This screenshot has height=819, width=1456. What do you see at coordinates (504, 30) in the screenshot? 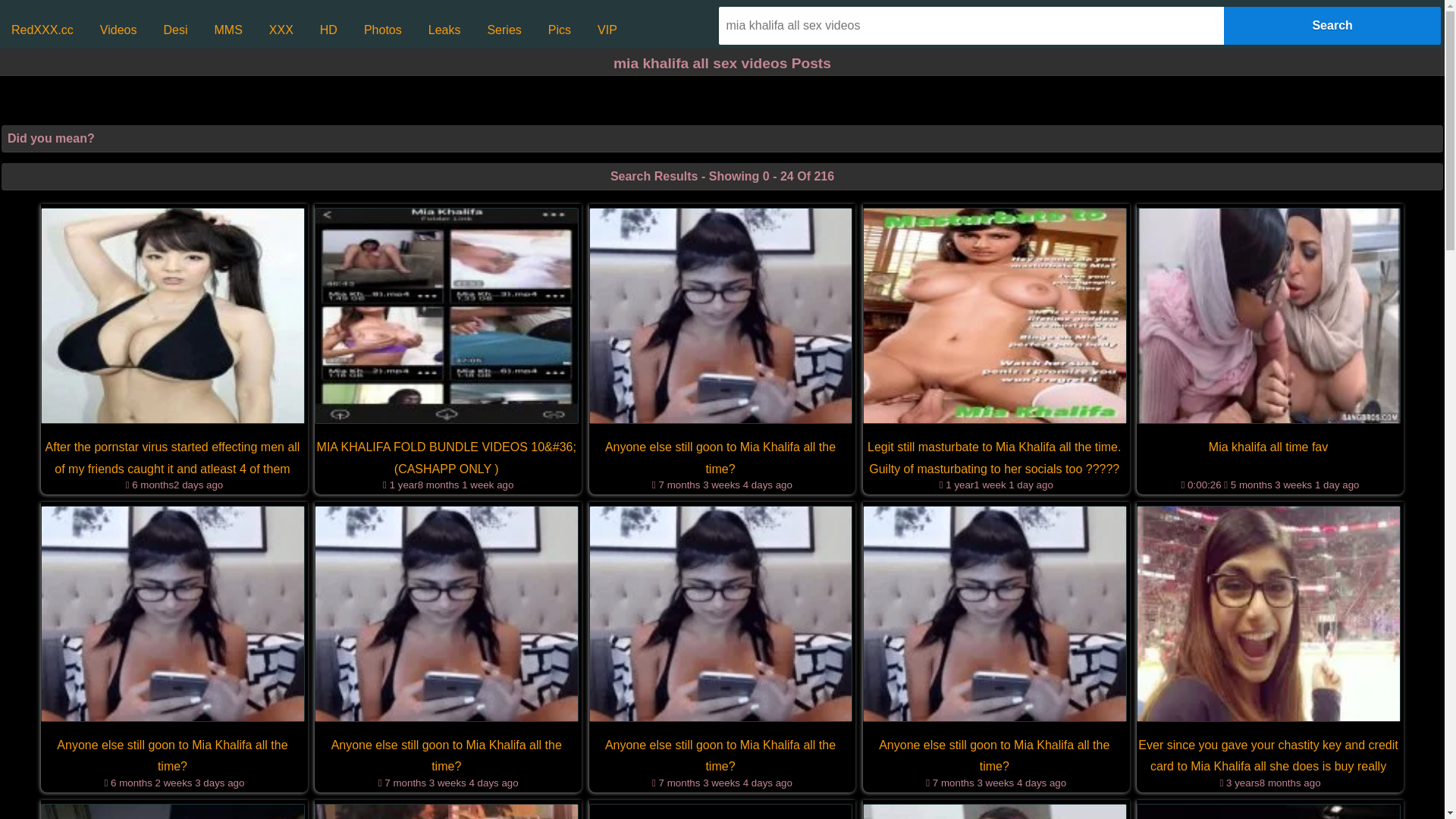
I see `'Series'` at bounding box center [504, 30].